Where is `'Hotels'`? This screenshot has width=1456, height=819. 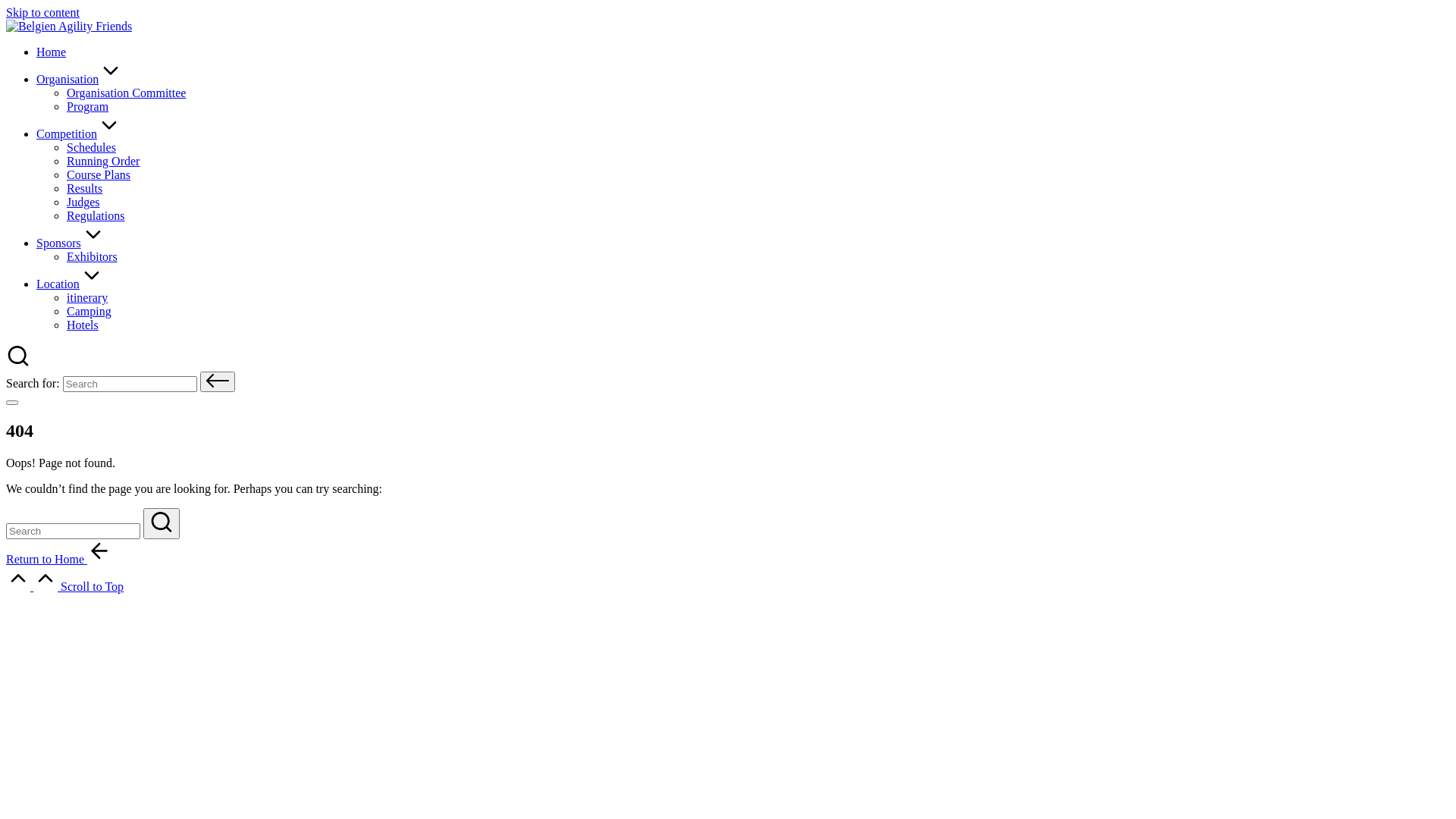 'Hotels' is located at coordinates (65, 324).